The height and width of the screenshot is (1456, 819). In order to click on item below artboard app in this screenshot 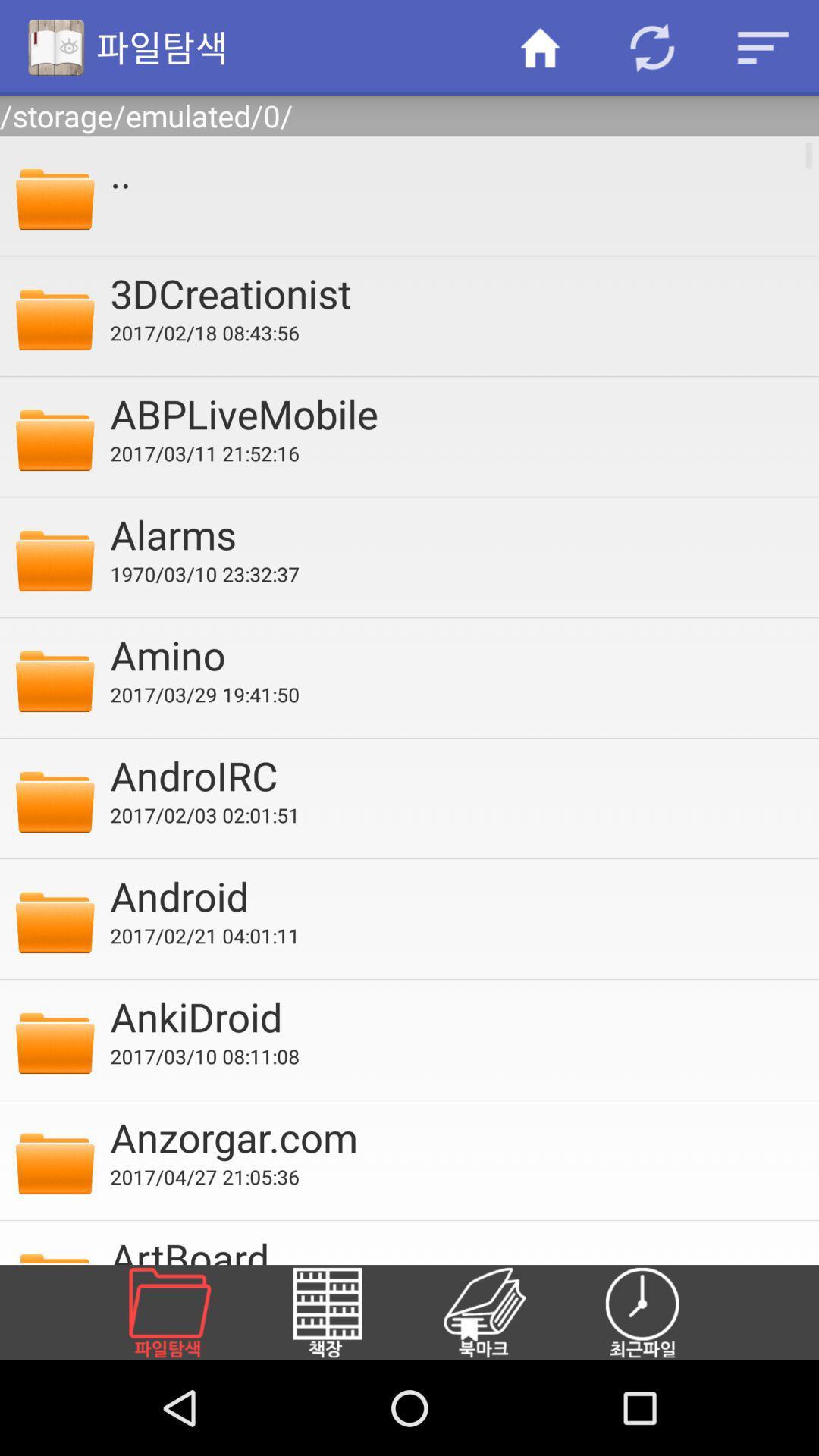, I will do `click(345, 1312)`.